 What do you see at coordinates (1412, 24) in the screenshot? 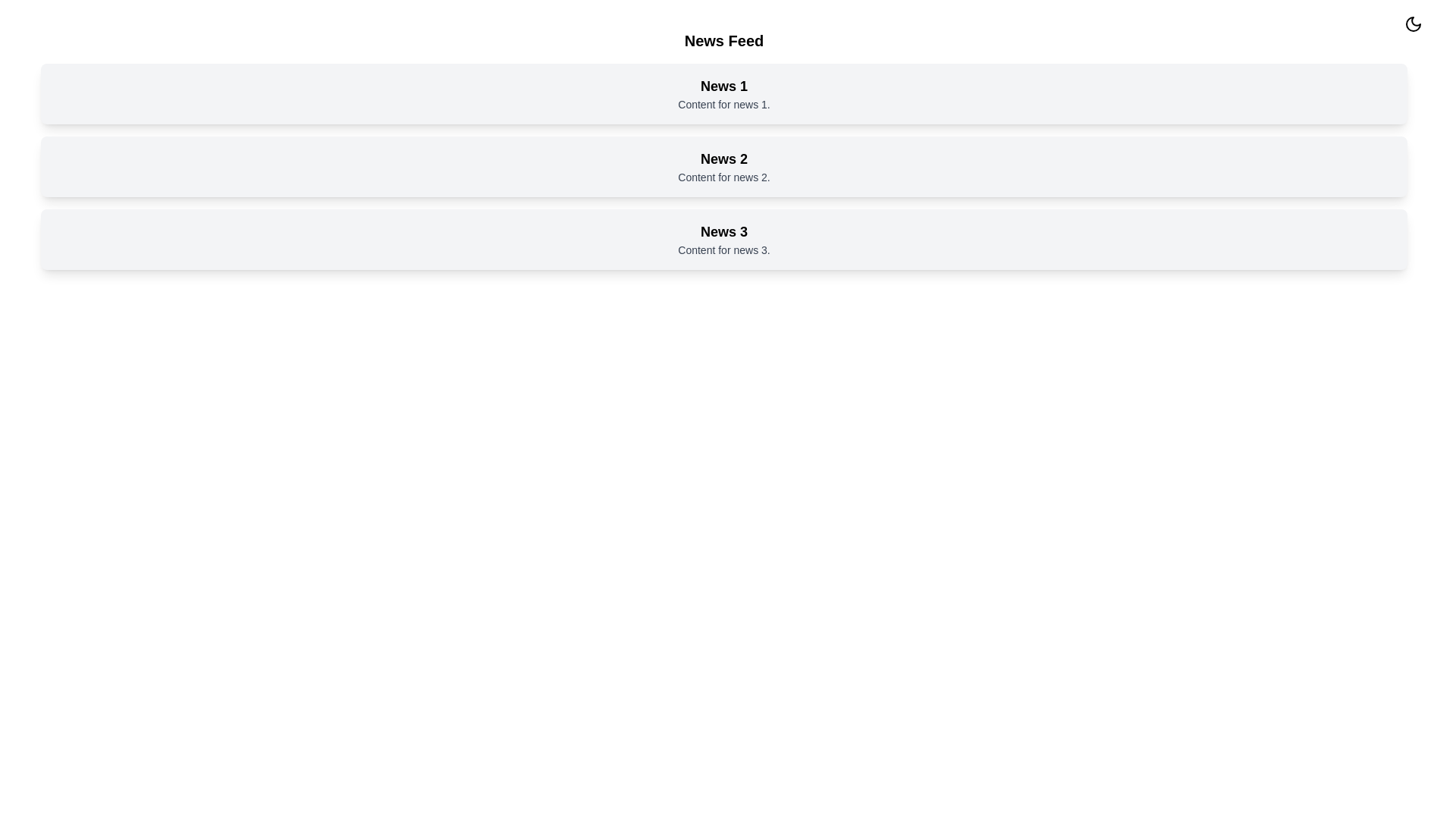
I see `the moon icon located in the top-right corner` at bounding box center [1412, 24].